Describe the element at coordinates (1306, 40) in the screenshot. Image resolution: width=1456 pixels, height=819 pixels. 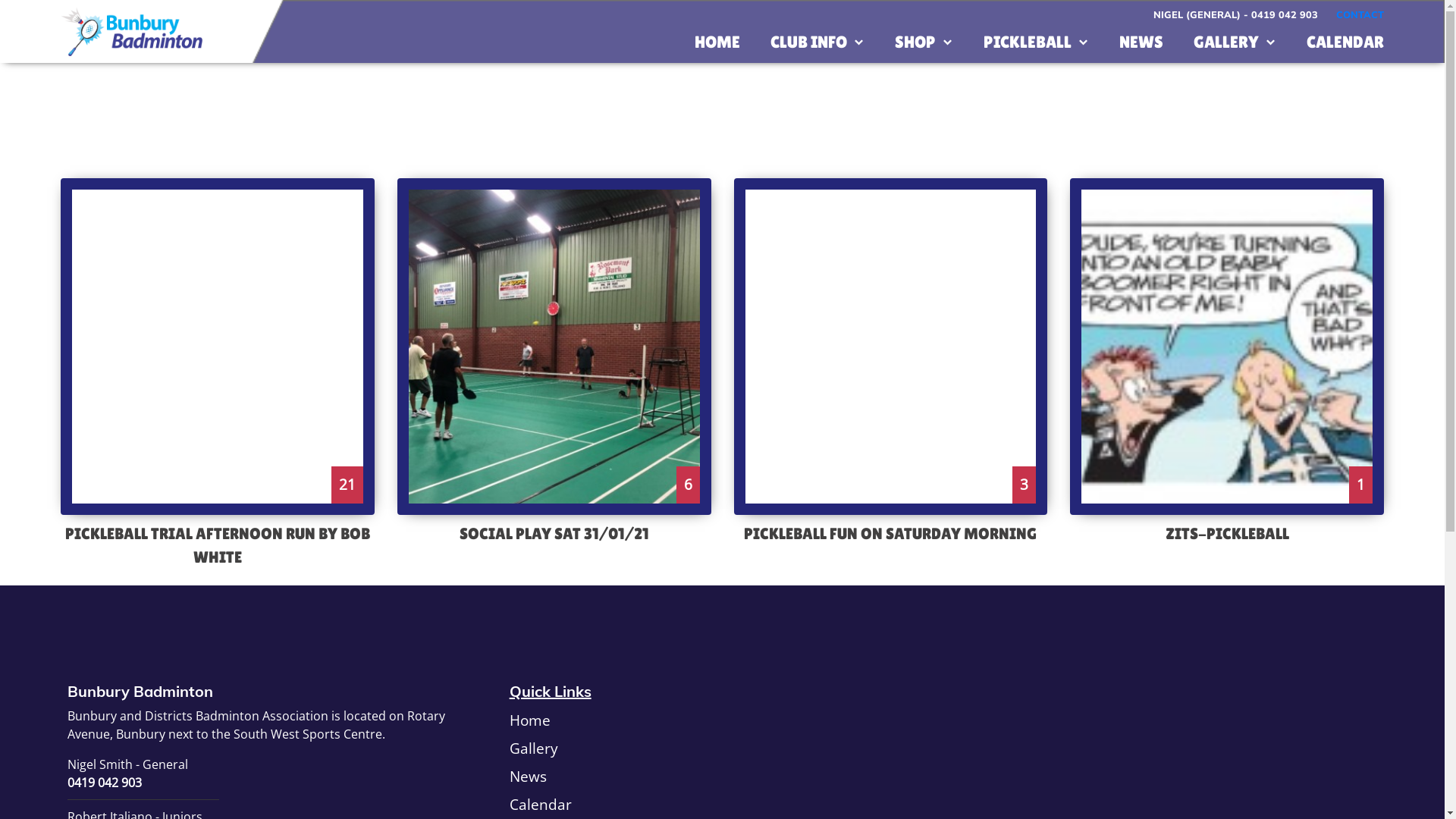
I see `'CALENDAR'` at that location.